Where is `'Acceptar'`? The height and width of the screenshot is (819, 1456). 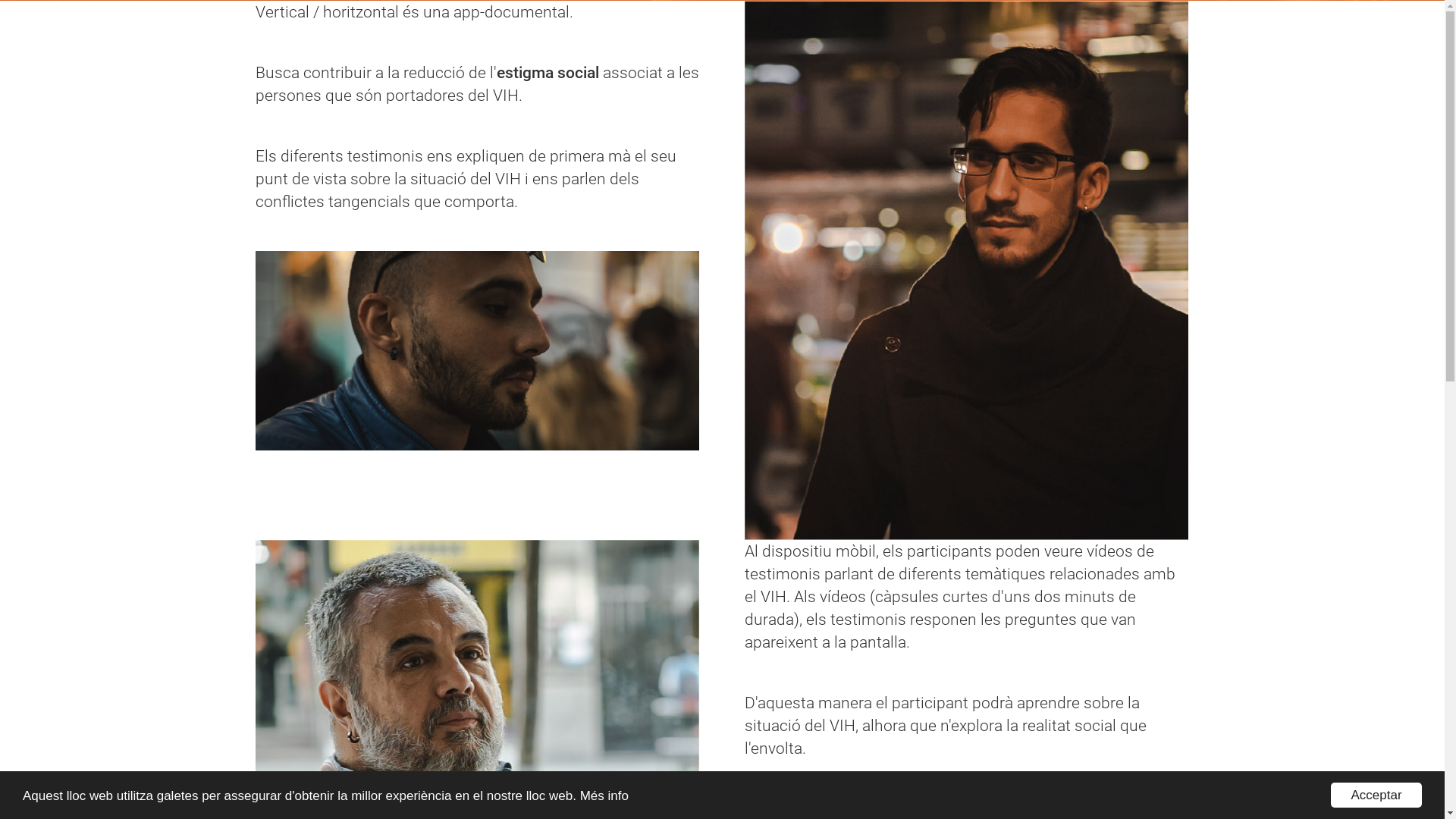
'Acceptar' is located at coordinates (1376, 794).